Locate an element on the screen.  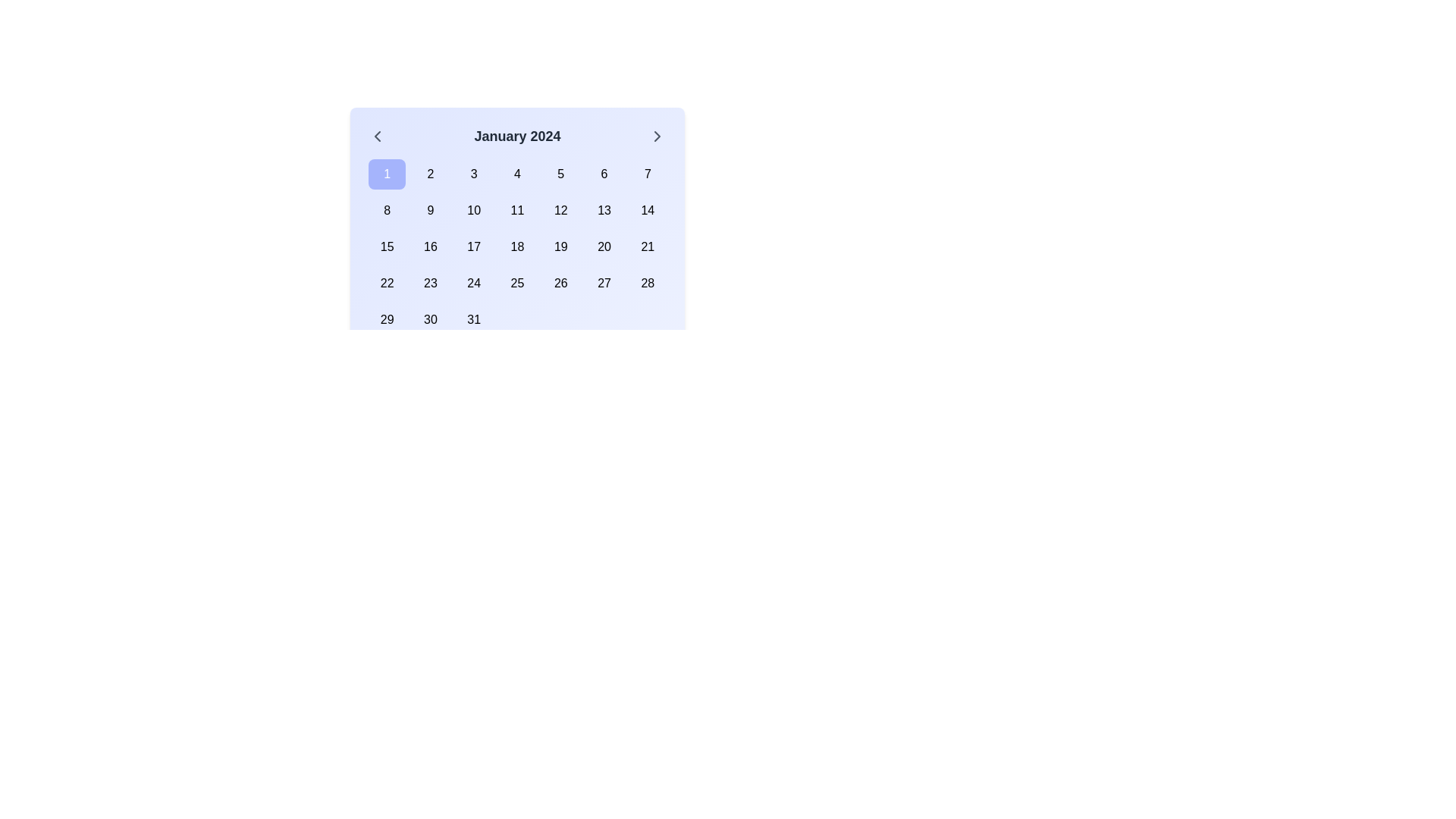
the button labeled '17' in the calendar grid is located at coordinates (473, 246).